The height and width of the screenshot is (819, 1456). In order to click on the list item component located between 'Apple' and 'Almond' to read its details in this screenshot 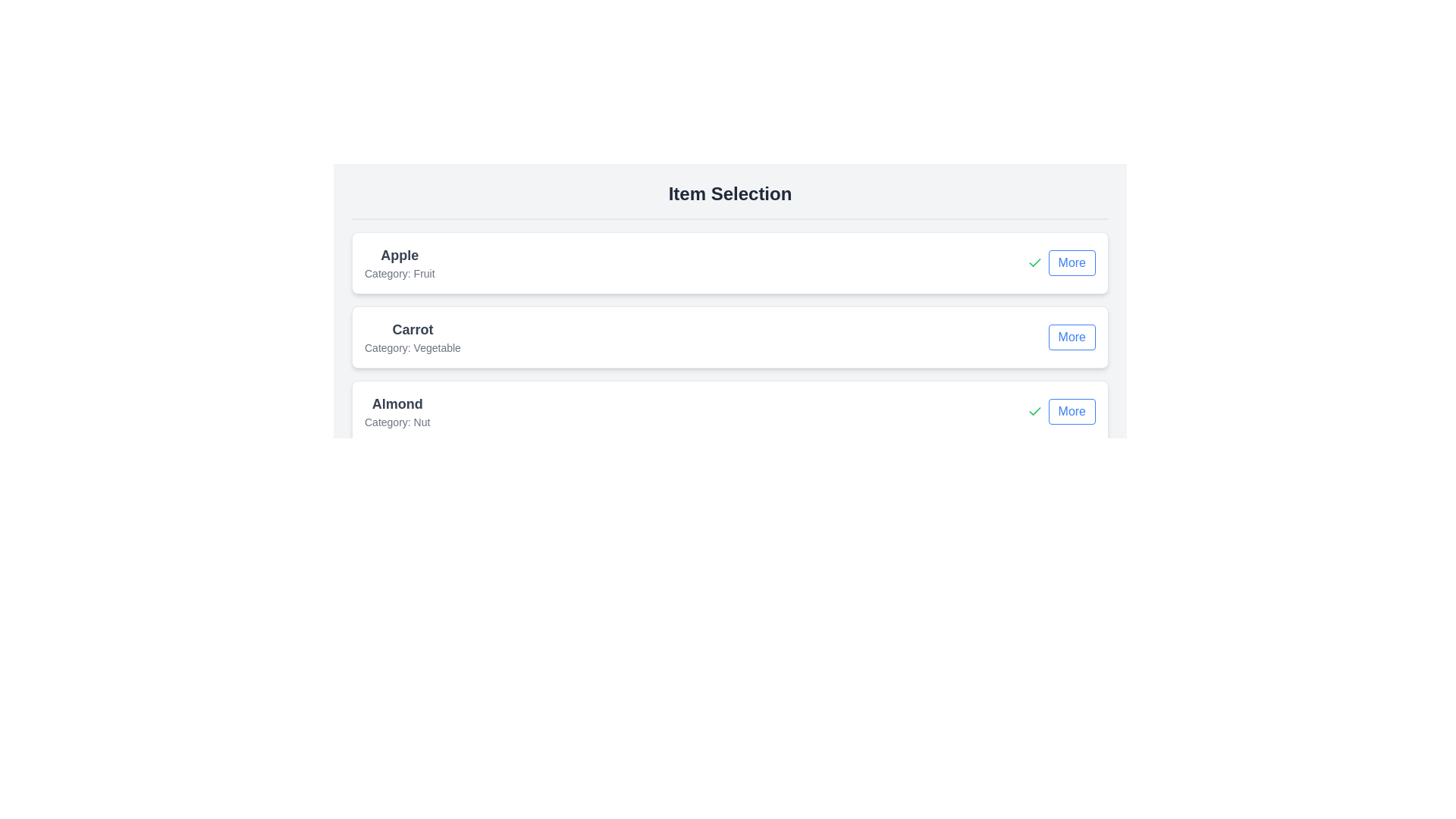, I will do `click(730, 336)`.